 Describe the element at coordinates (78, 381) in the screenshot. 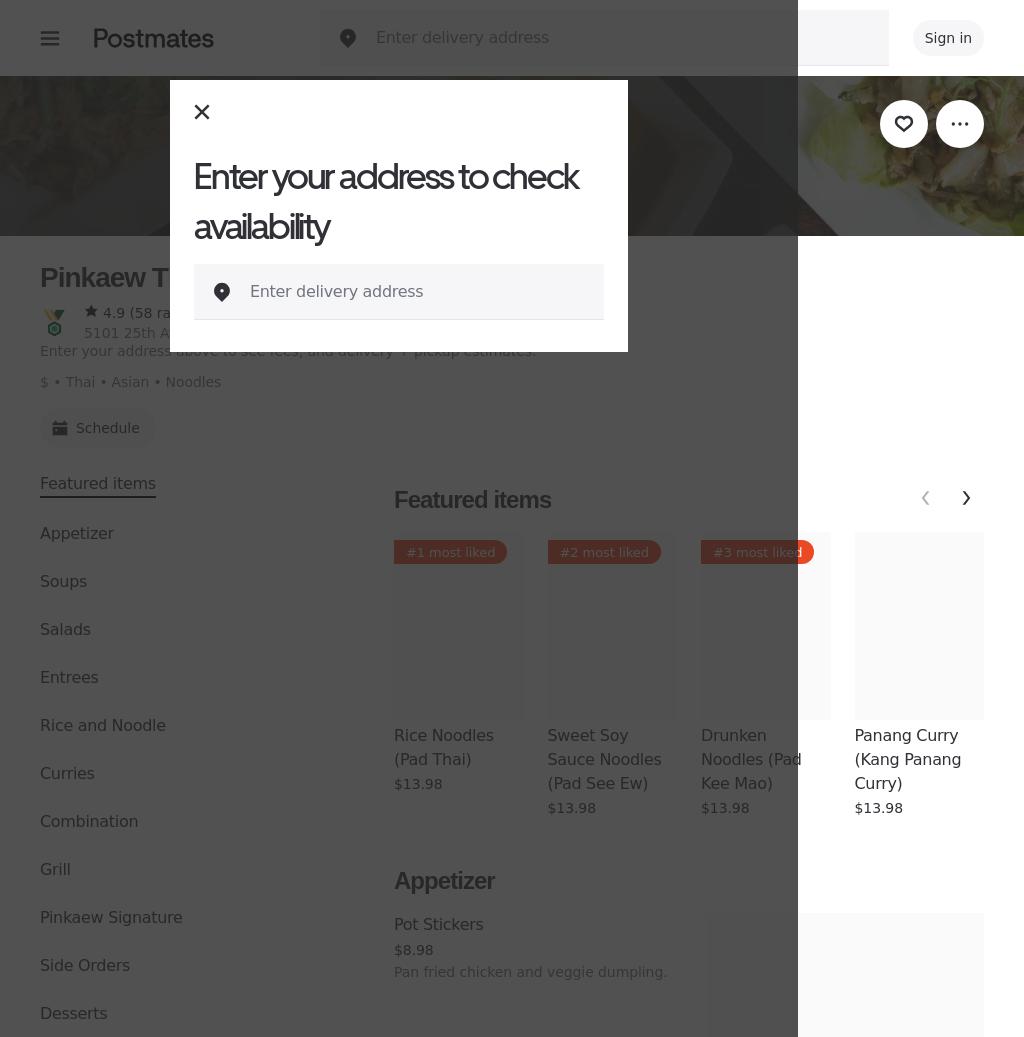

I see `'Thai'` at that location.